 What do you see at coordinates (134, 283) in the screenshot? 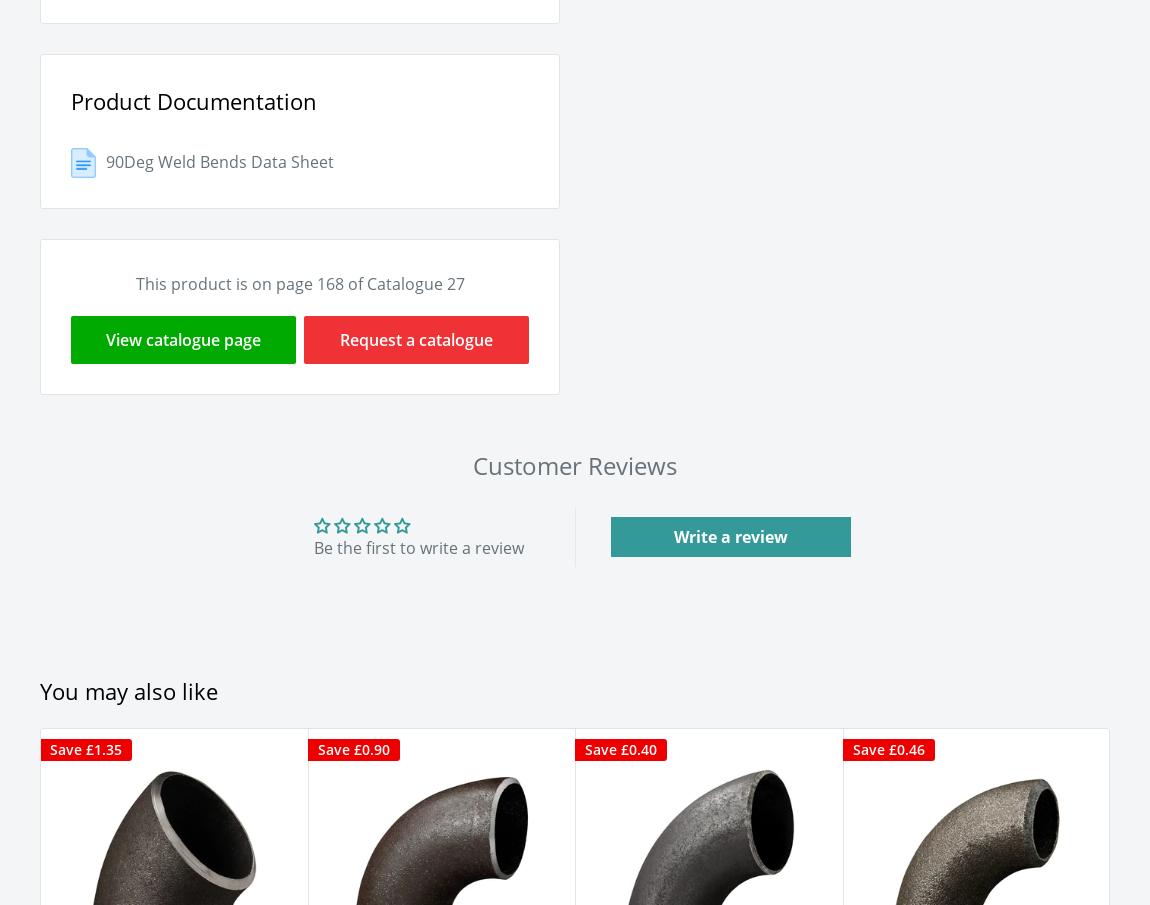
I see `'This product is on page
                                  168
                                  of Catalogue
                                  27'` at bounding box center [134, 283].